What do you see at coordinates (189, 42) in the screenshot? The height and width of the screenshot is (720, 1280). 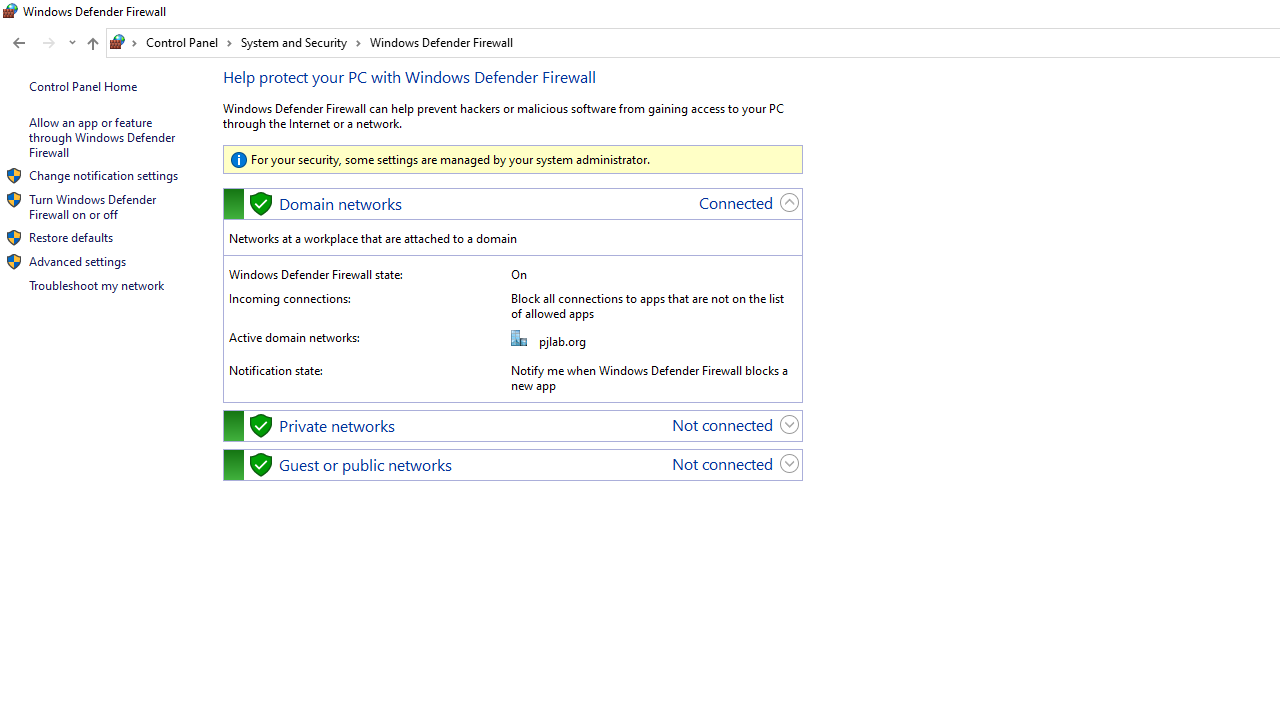 I see `'Control Panel'` at bounding box center [189, 42].